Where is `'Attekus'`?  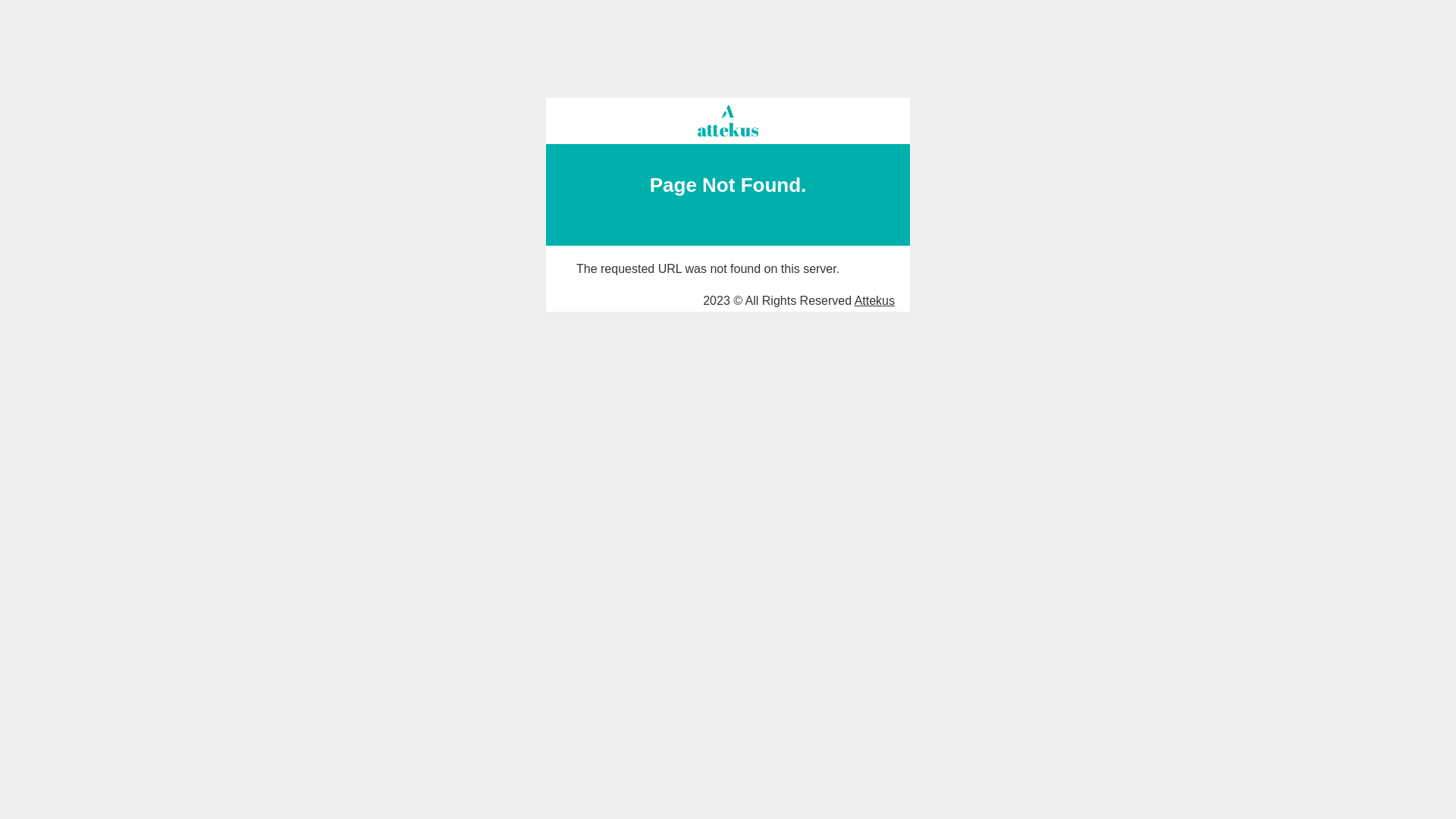
'Attekus' is located at coordinates (874, 300).